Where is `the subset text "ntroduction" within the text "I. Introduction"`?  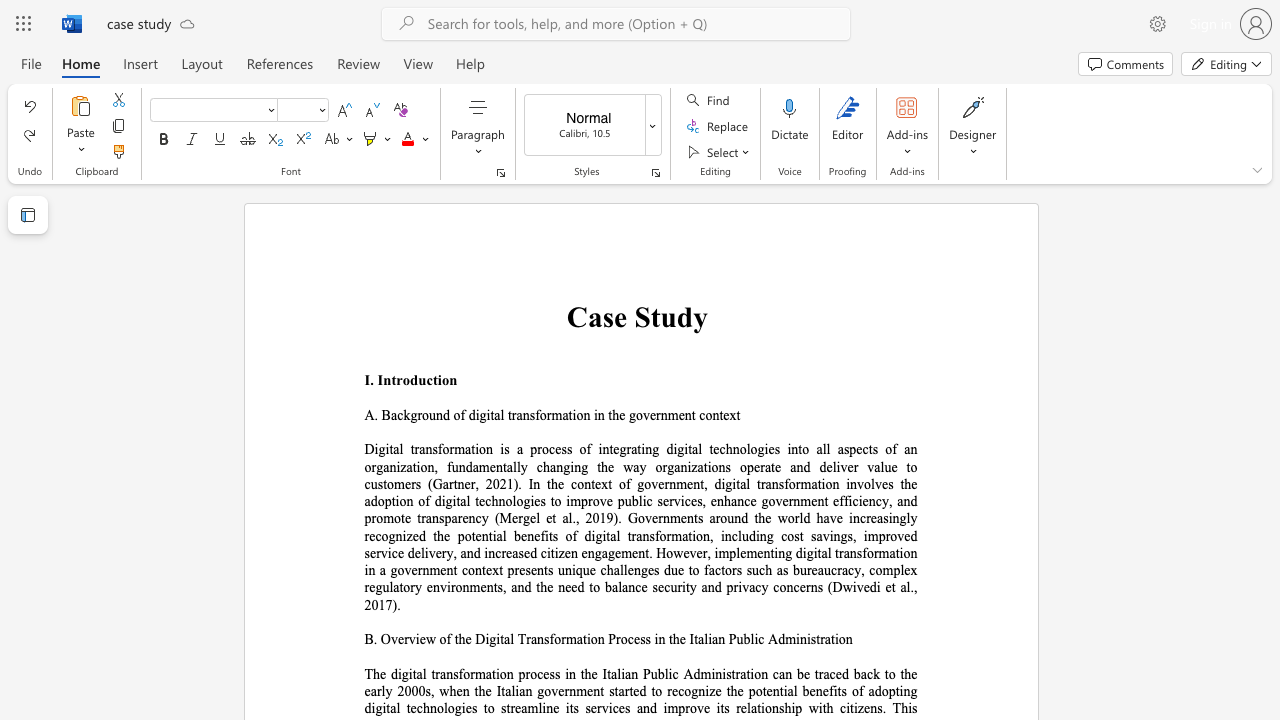
the subset text "ntroduction" within the text "I. Introduction" is located at coordinates (383, 380).